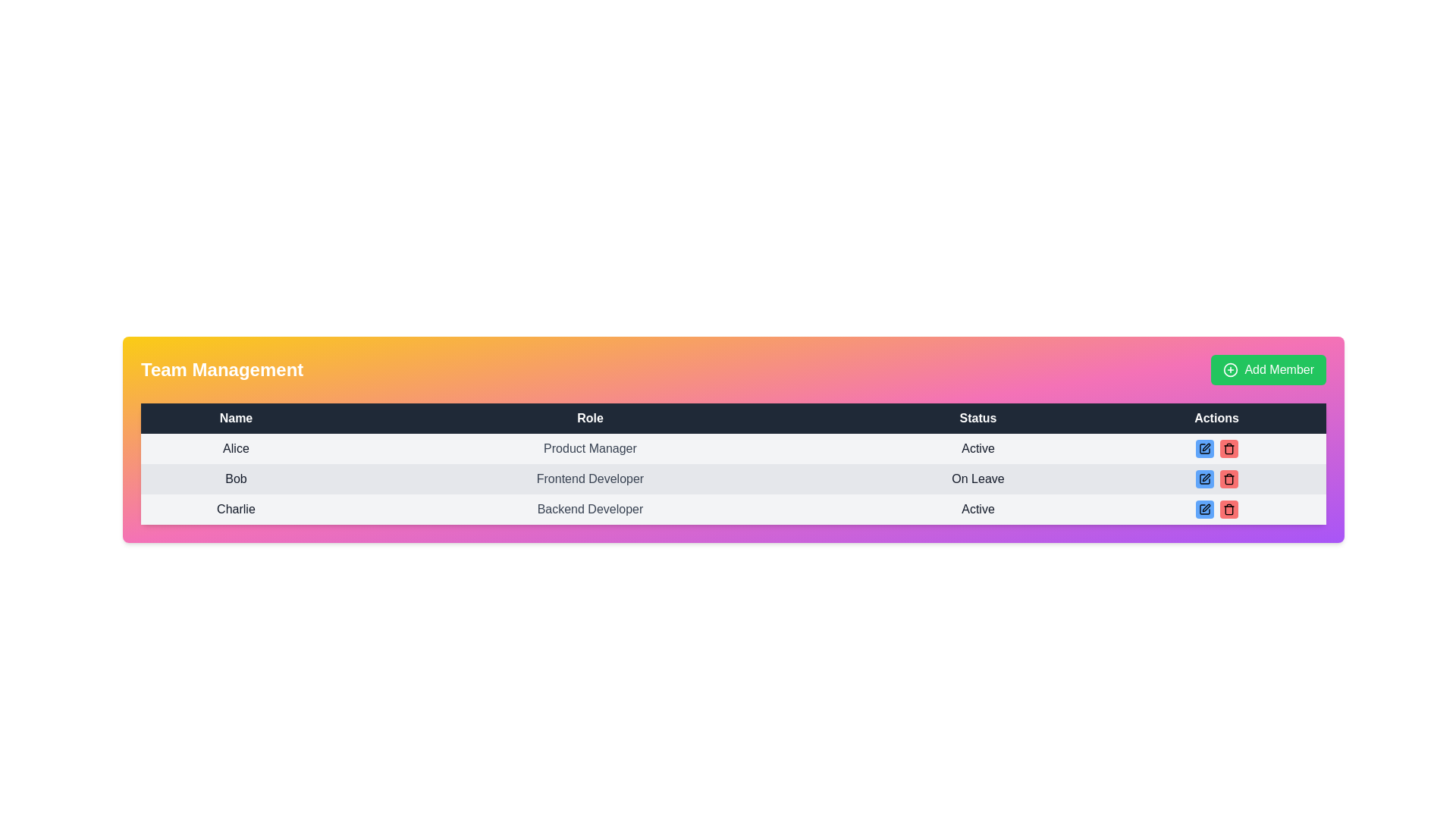 This screenshot has height=819, width=1456. I want to click on the 'Add Member' button located at the top-right corner of the team management interface, which contains the decorative icon, so click(1231, 370).